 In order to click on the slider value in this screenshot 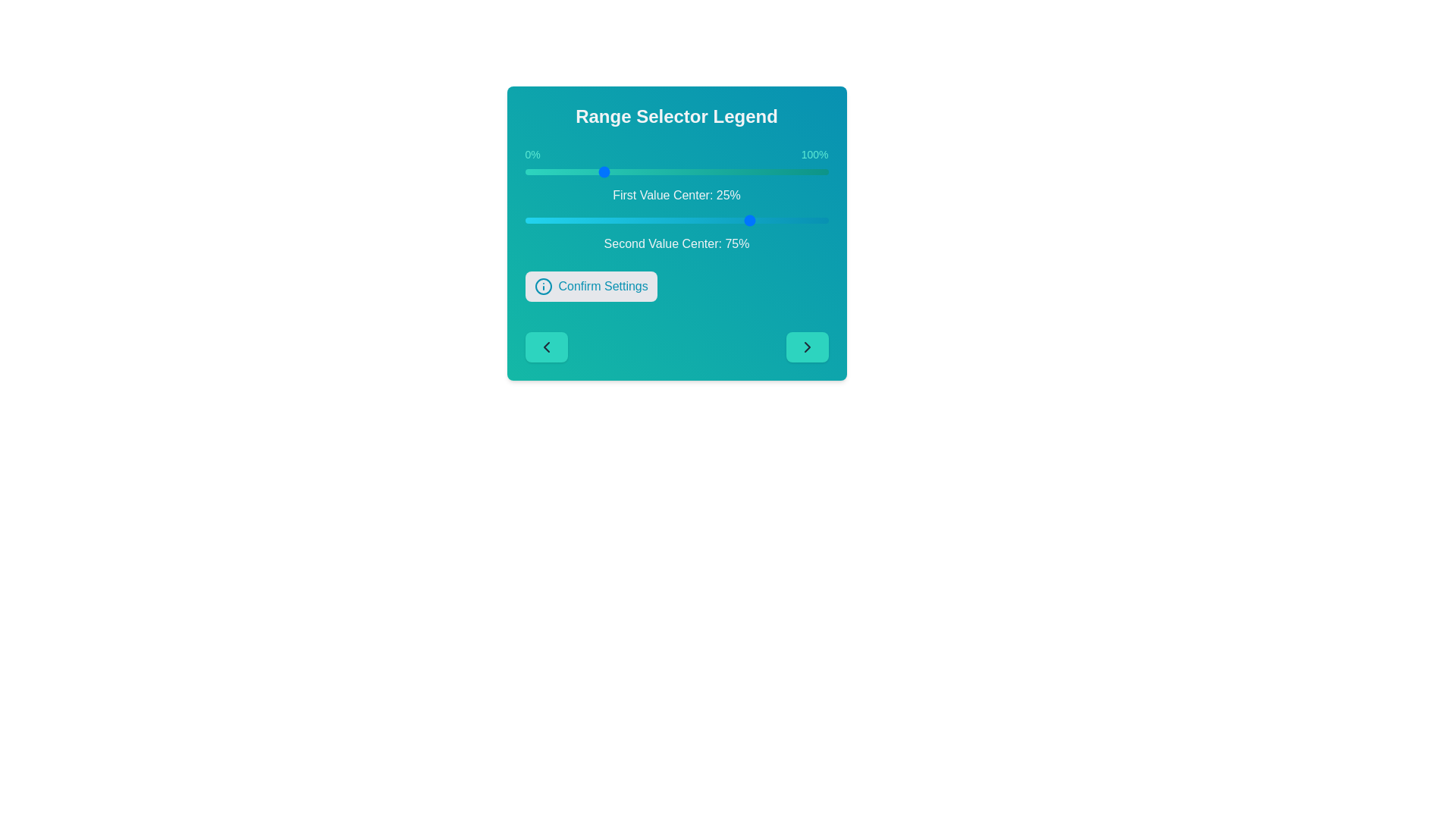, I will do `click(579, 171)`.